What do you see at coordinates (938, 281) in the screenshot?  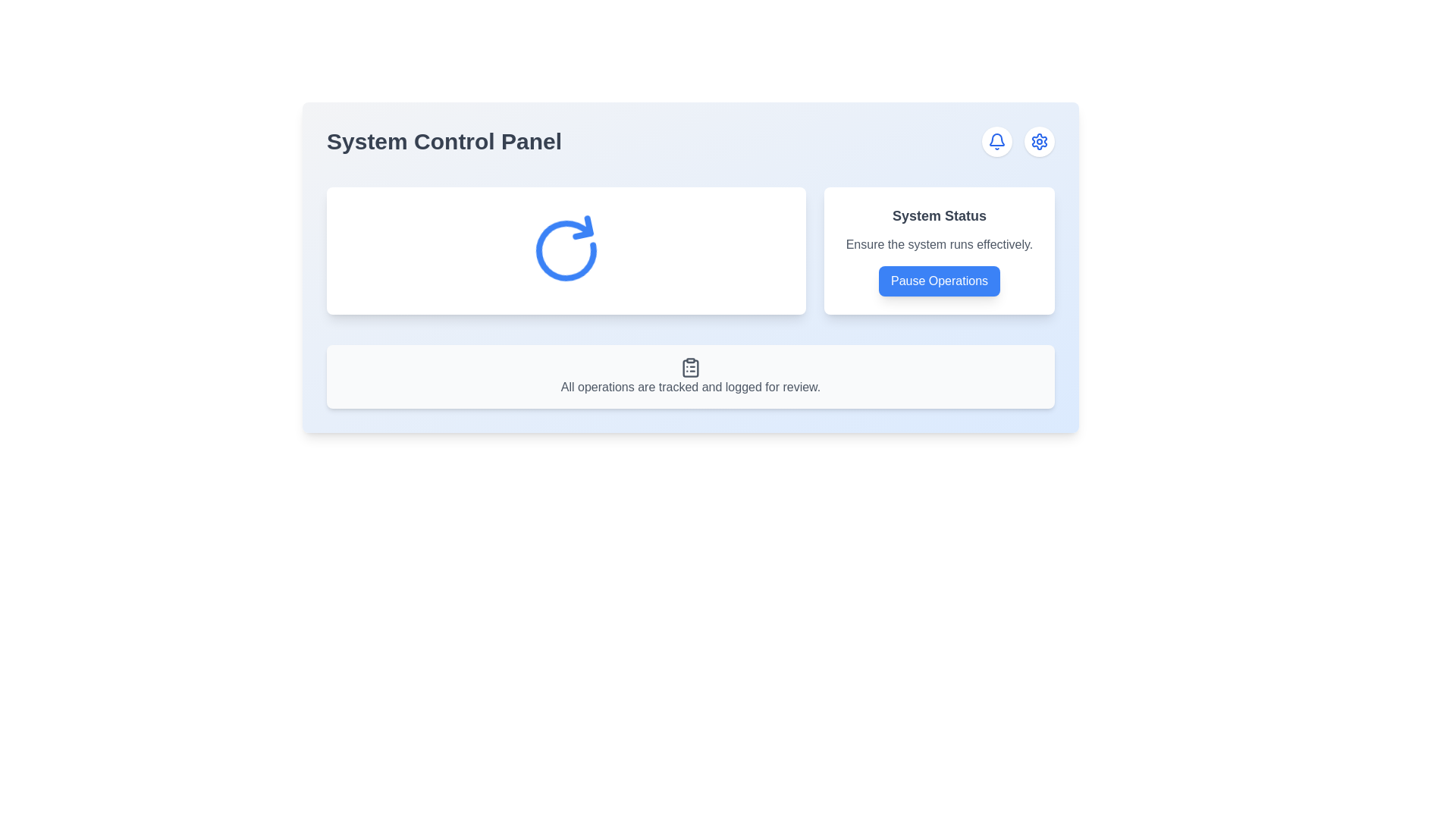 I see `the 'Pause Operations' button, which has a blue background and white text, located in the bottom-right area of the 'System Status' card` at bounding box center [938, 281].